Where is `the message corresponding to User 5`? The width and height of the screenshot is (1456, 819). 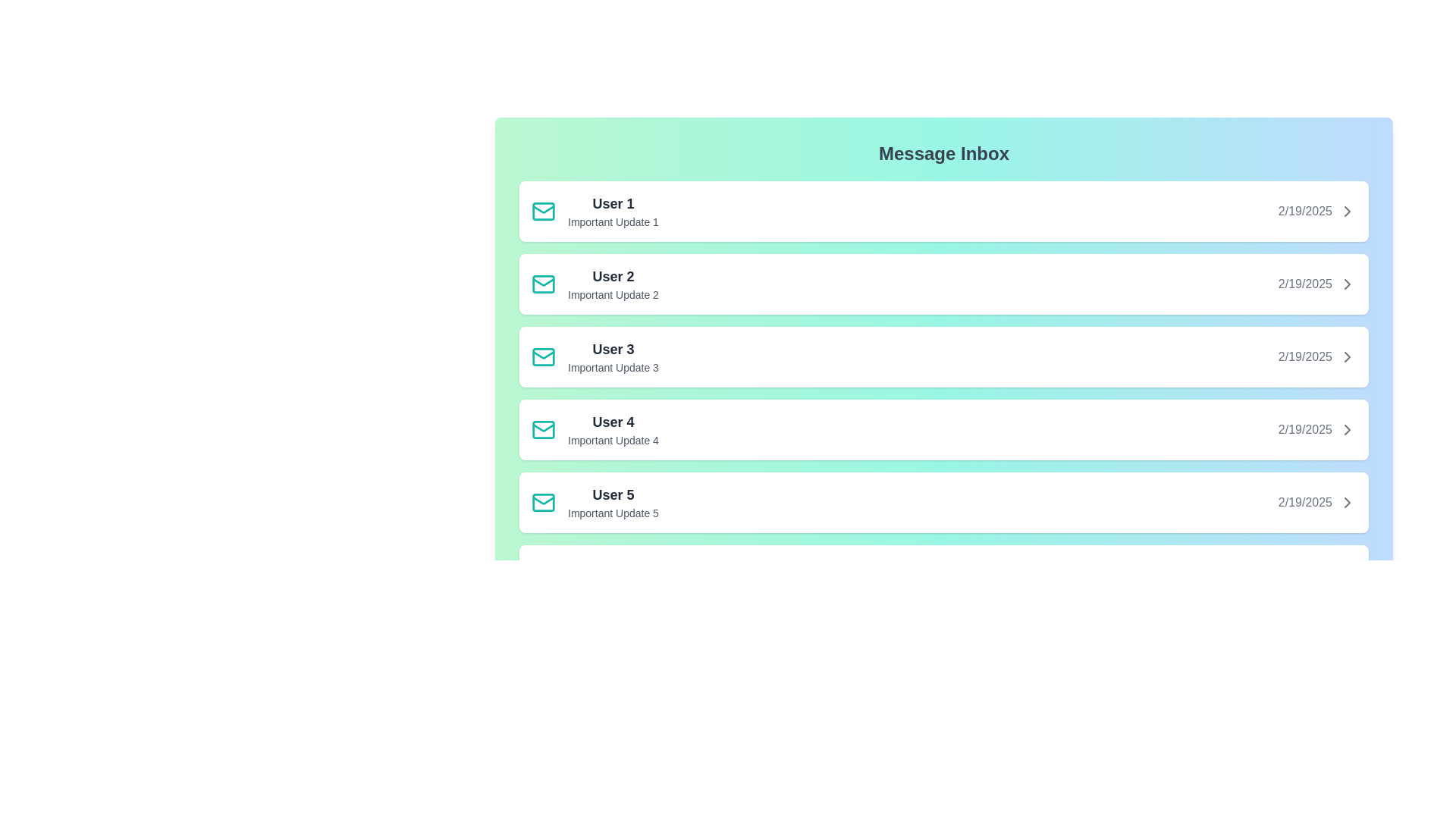
the message corresponding to User 5 is located at coordinates (943, 503).